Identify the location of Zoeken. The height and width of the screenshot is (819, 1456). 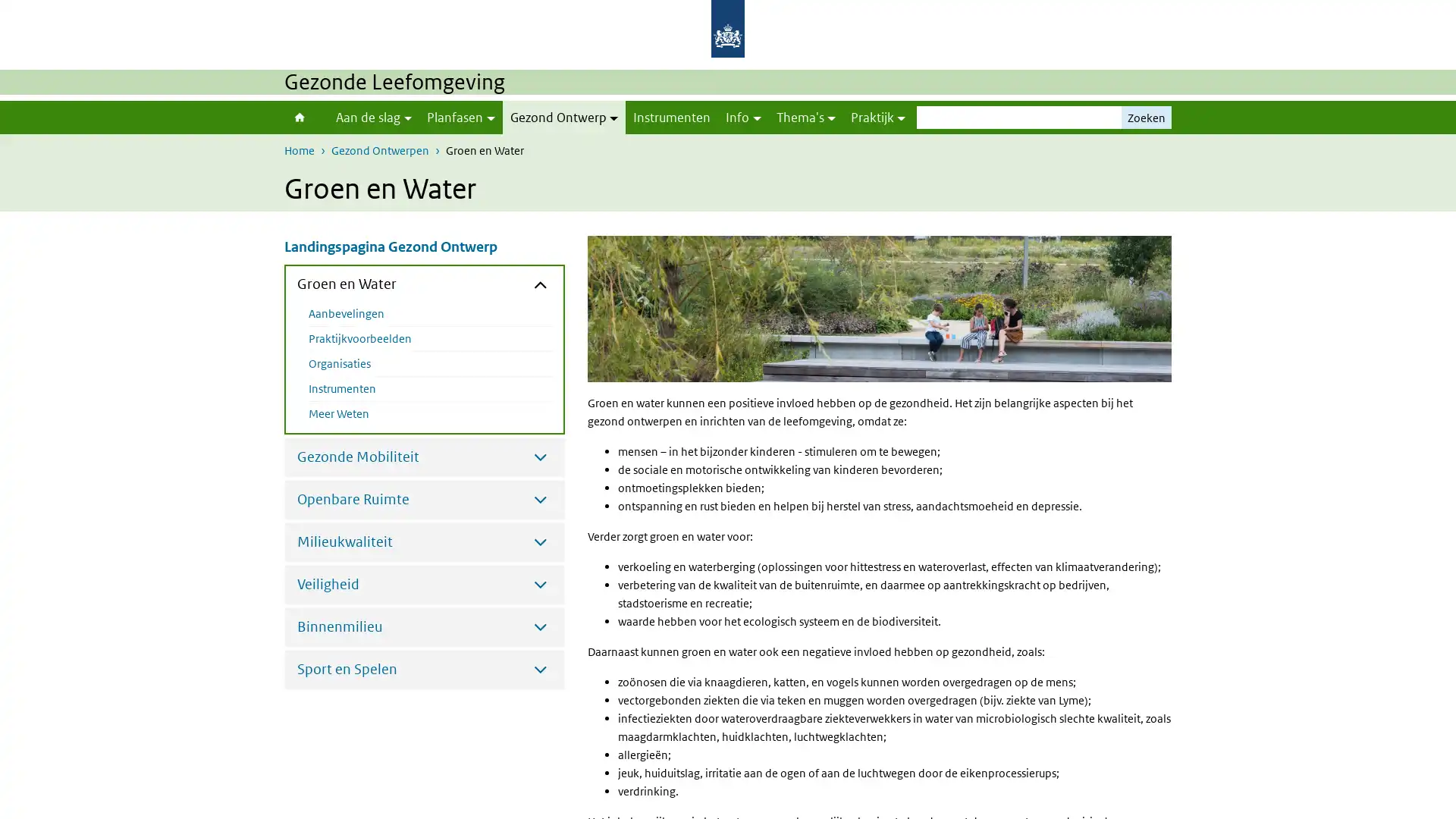
(1147, 116).